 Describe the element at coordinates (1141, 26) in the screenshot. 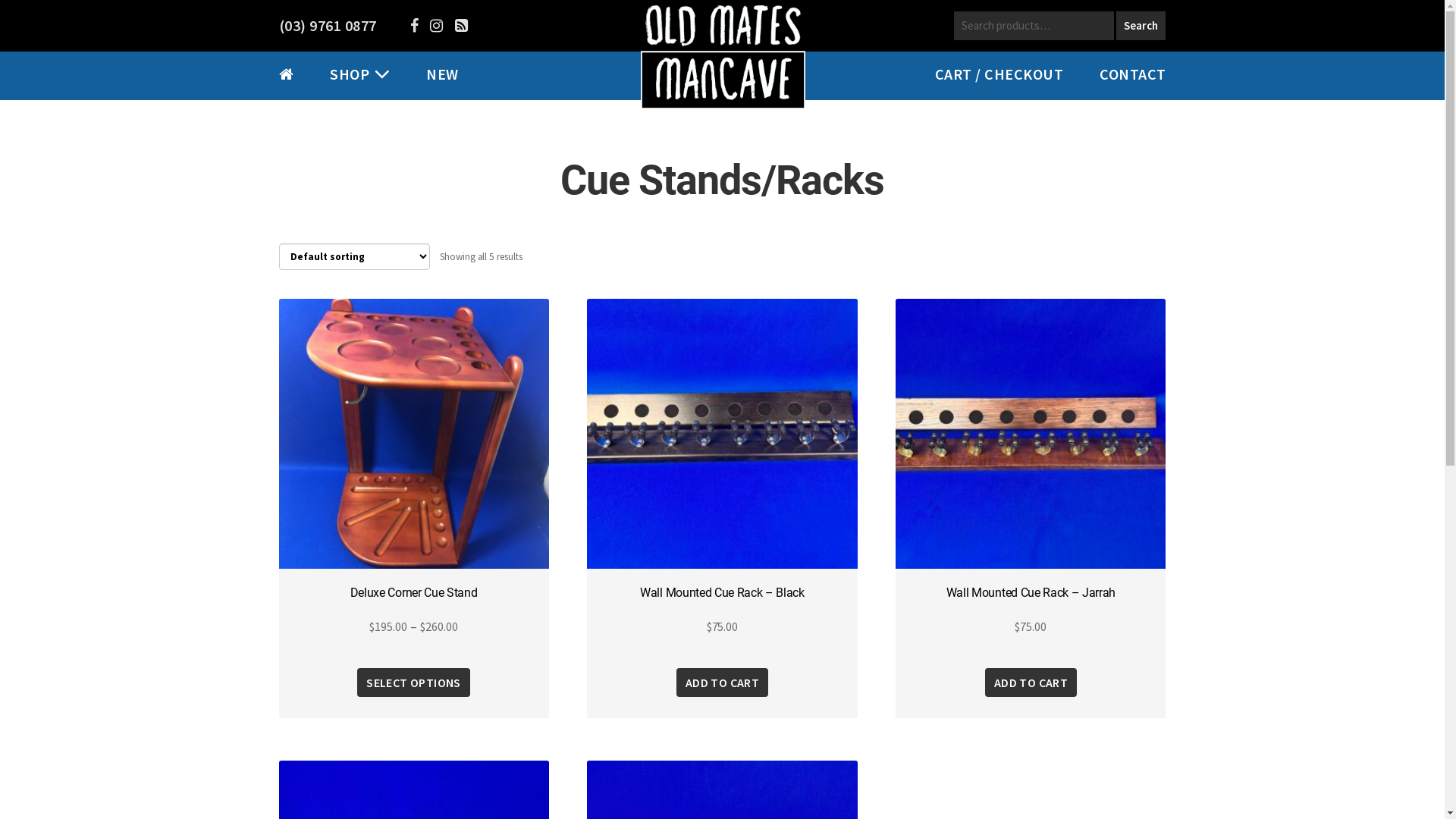

I see `'Search'` at that location.